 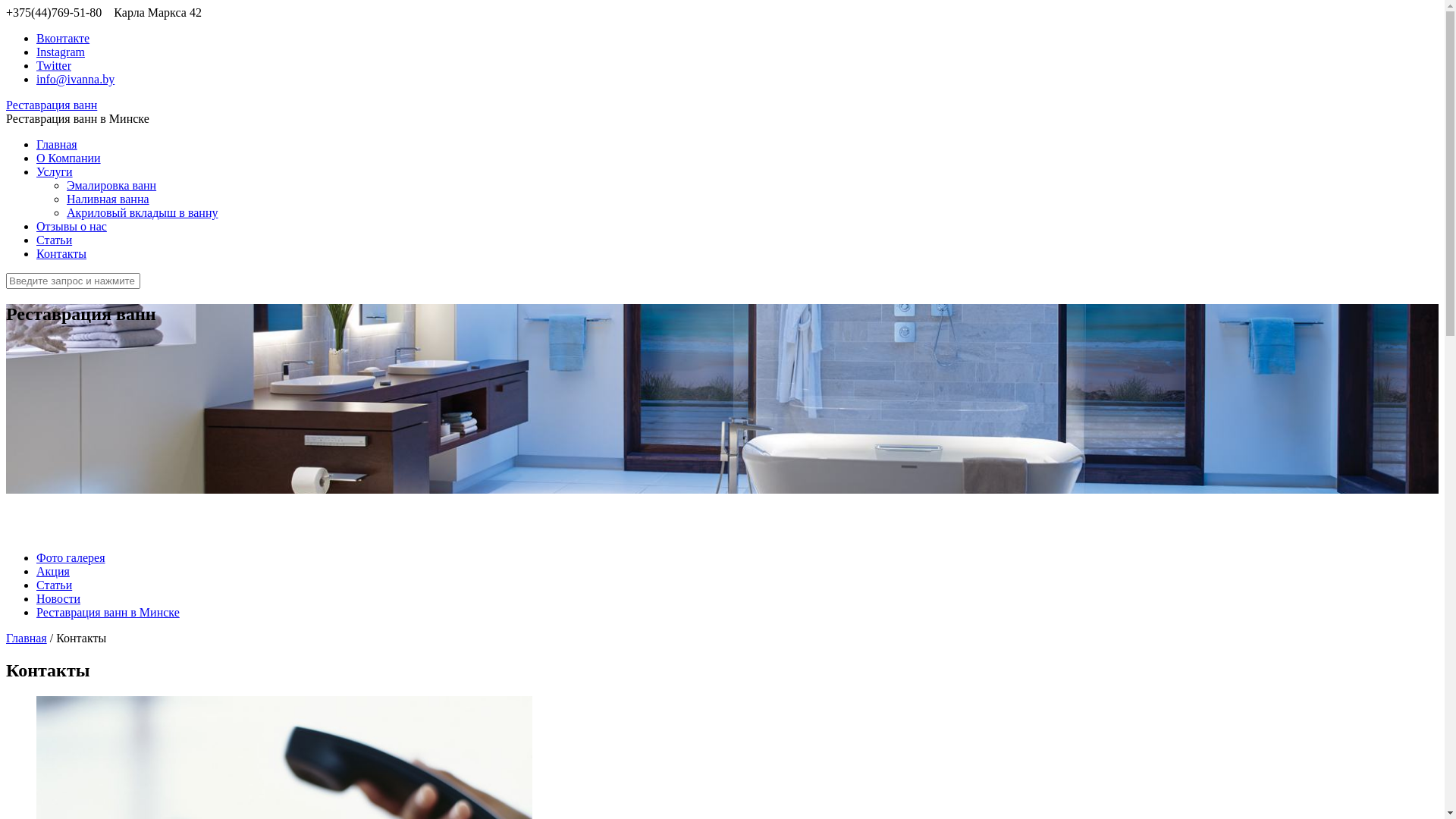 I want to click on 'Instagram', so click(x=61, y=51).